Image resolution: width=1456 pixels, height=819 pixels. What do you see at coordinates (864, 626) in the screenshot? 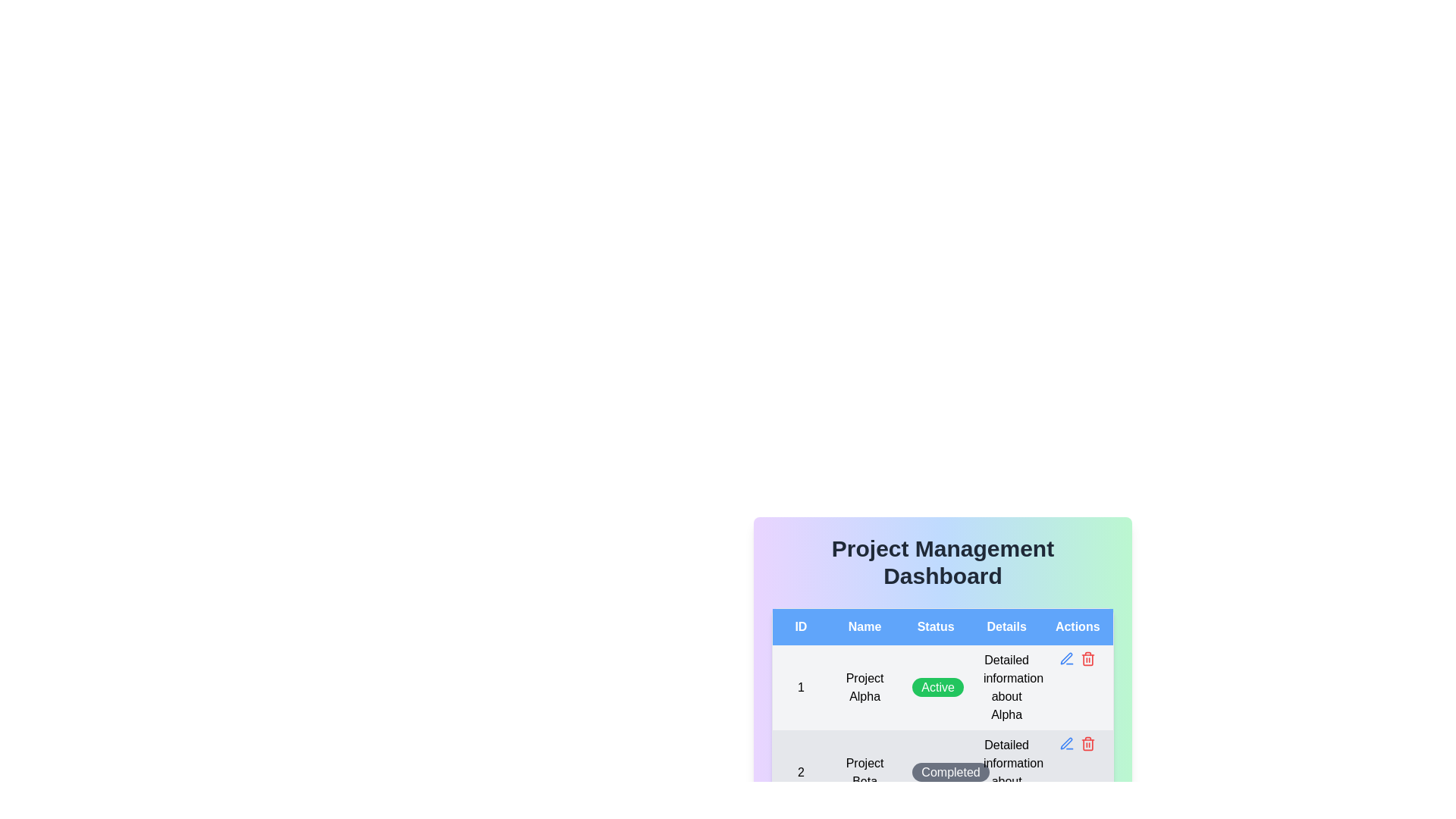
I see `the table header cell with a blue background and white text that displays the word 'Name', which is the second header in the row of column headers` at bounding box center [864, 626].